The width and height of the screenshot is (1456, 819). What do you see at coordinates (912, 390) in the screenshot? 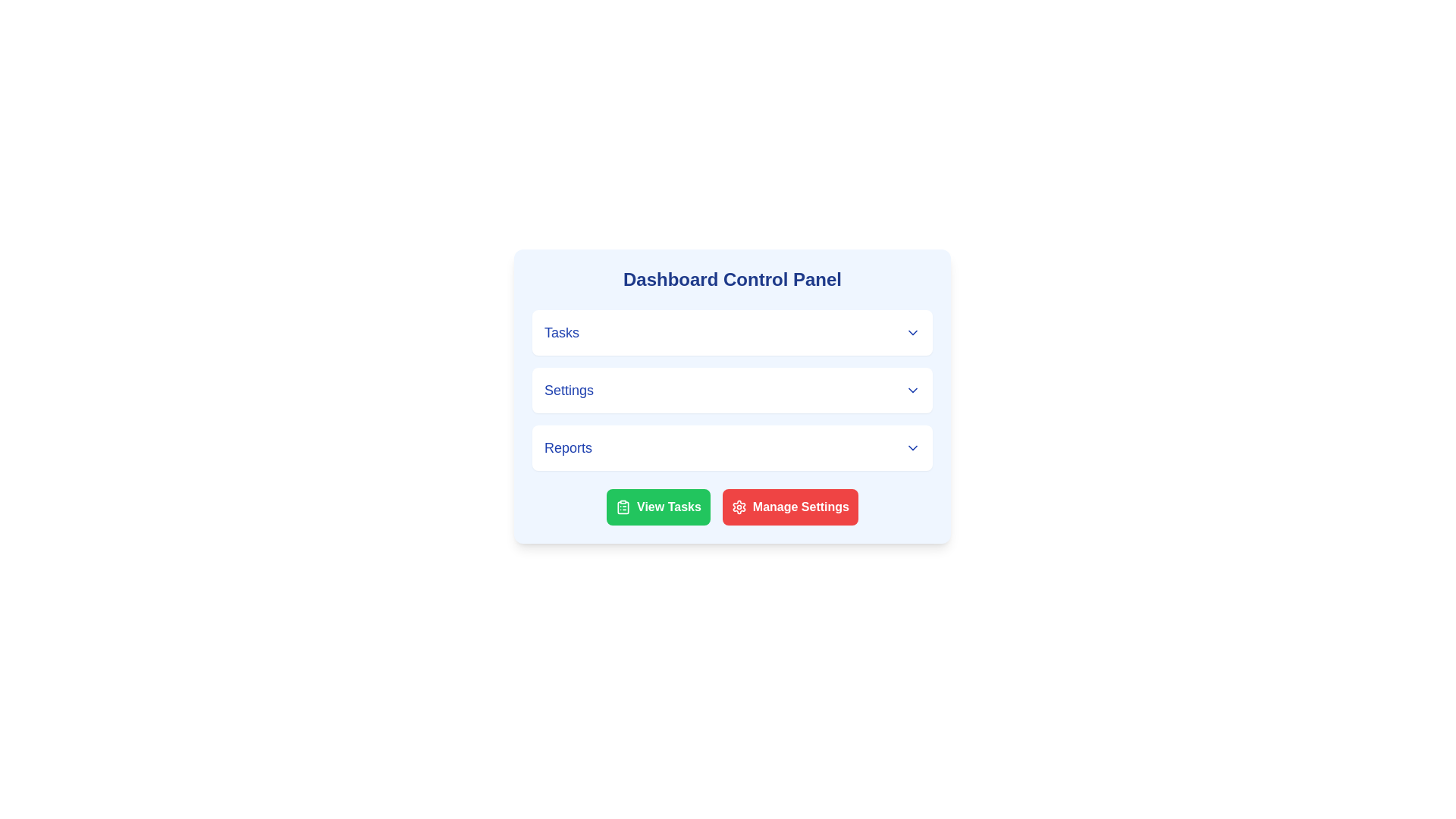
I see `the downward-facing arrow icon representing a chevron` at bounding box center [912, 390].